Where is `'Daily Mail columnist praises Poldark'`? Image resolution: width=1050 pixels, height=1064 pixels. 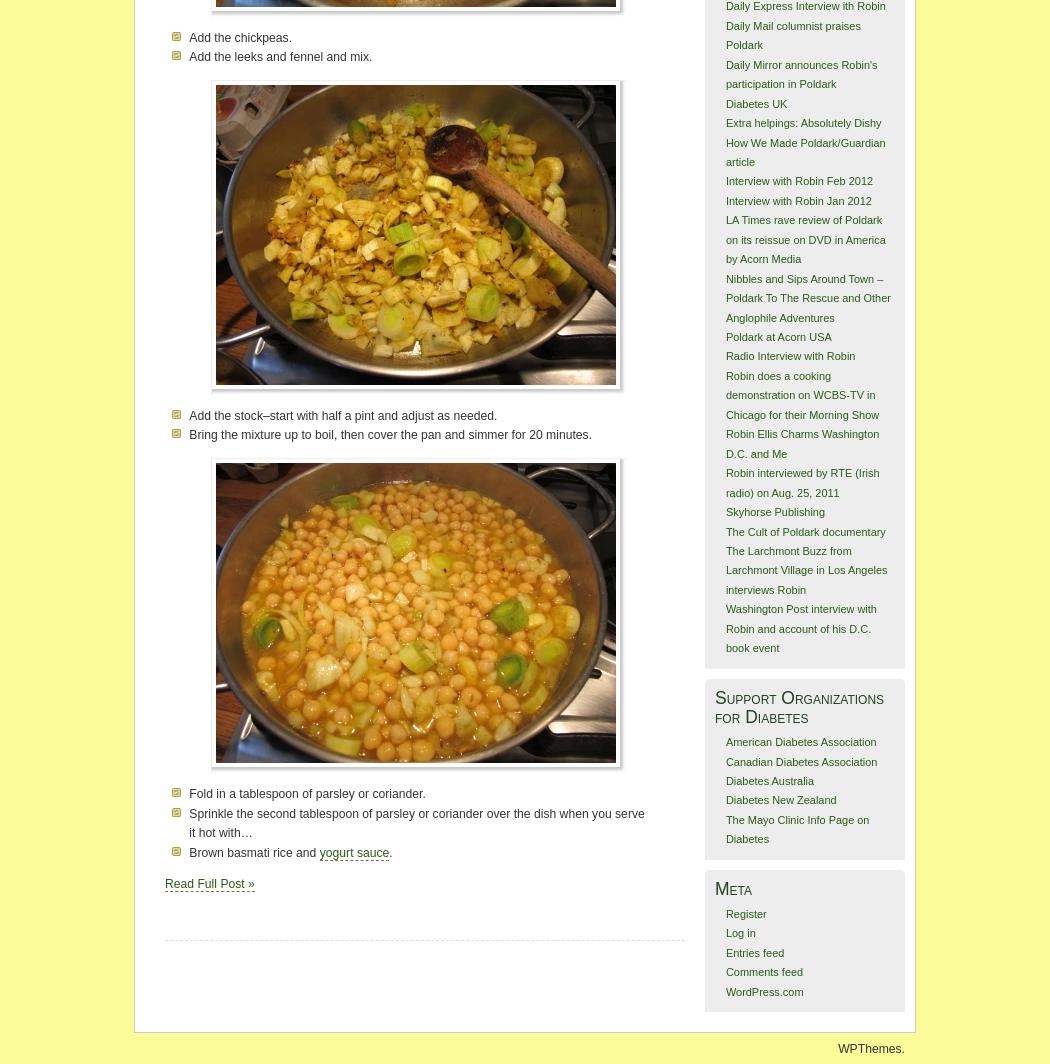 'Daily Mail columnist praises Poldark' is located at coordinates (791, 35).